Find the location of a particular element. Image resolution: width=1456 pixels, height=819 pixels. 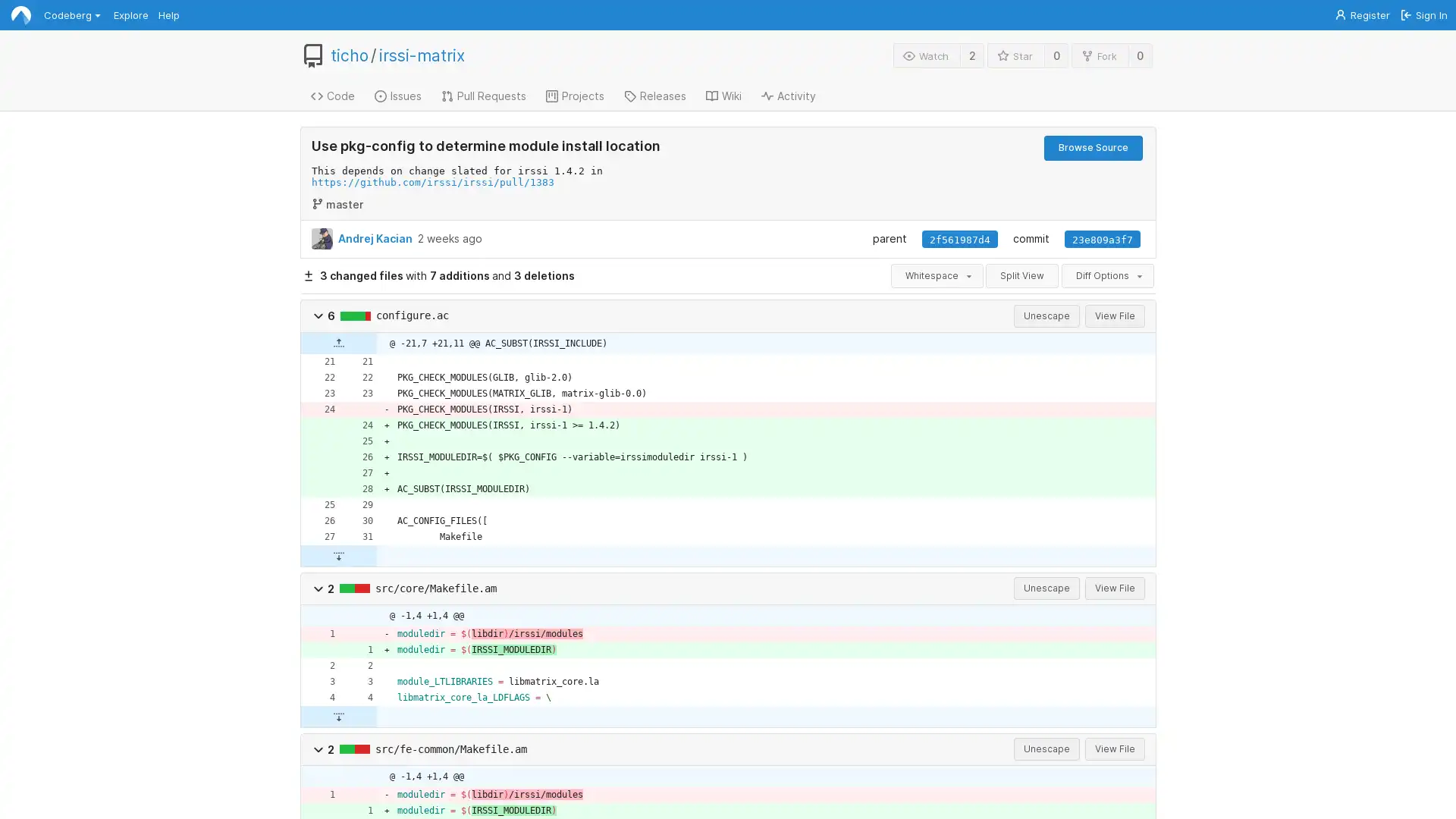

Watch is located at coordinates (926, 55).